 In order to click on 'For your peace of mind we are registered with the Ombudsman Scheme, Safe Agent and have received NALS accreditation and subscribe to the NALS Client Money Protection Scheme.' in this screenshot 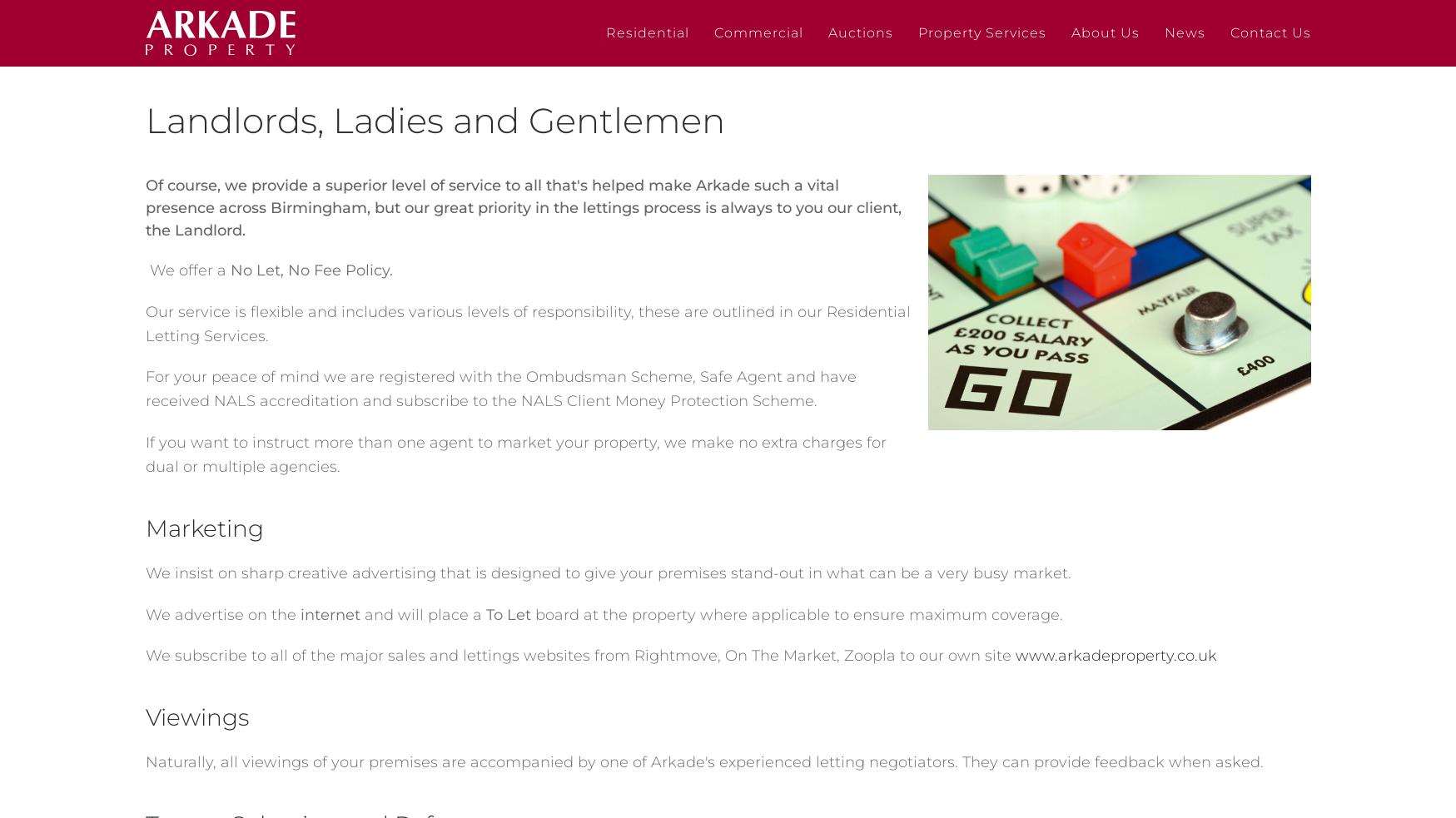, I will do `click(499, 388)`.